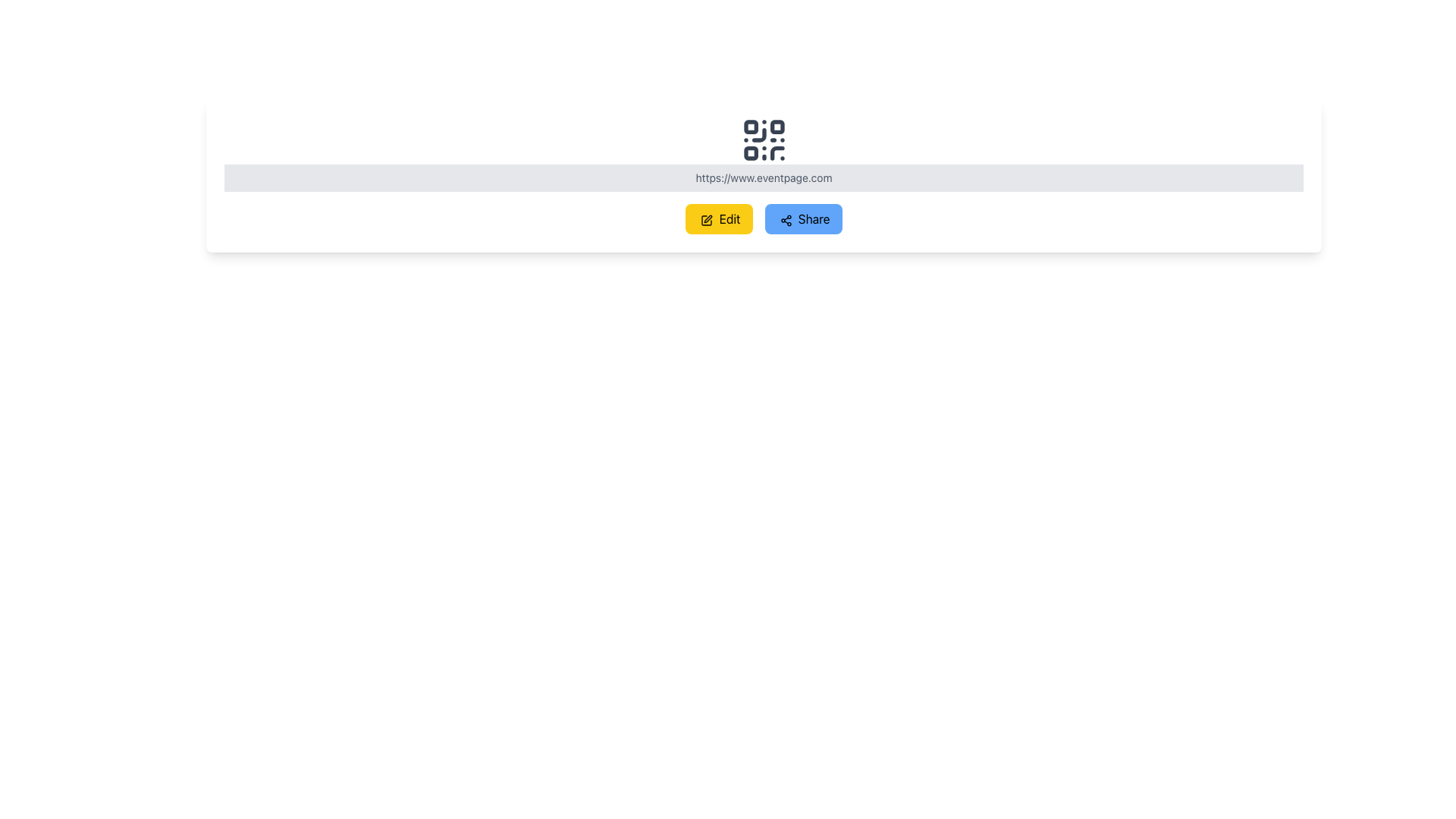 The width and height of the screenshot is (1456, 819). Describe the element at coordinates (706, 220) in the screenshot. I see `the pen icon within the yellow Edit button, which is located to the left of the blue Share button` at that location.